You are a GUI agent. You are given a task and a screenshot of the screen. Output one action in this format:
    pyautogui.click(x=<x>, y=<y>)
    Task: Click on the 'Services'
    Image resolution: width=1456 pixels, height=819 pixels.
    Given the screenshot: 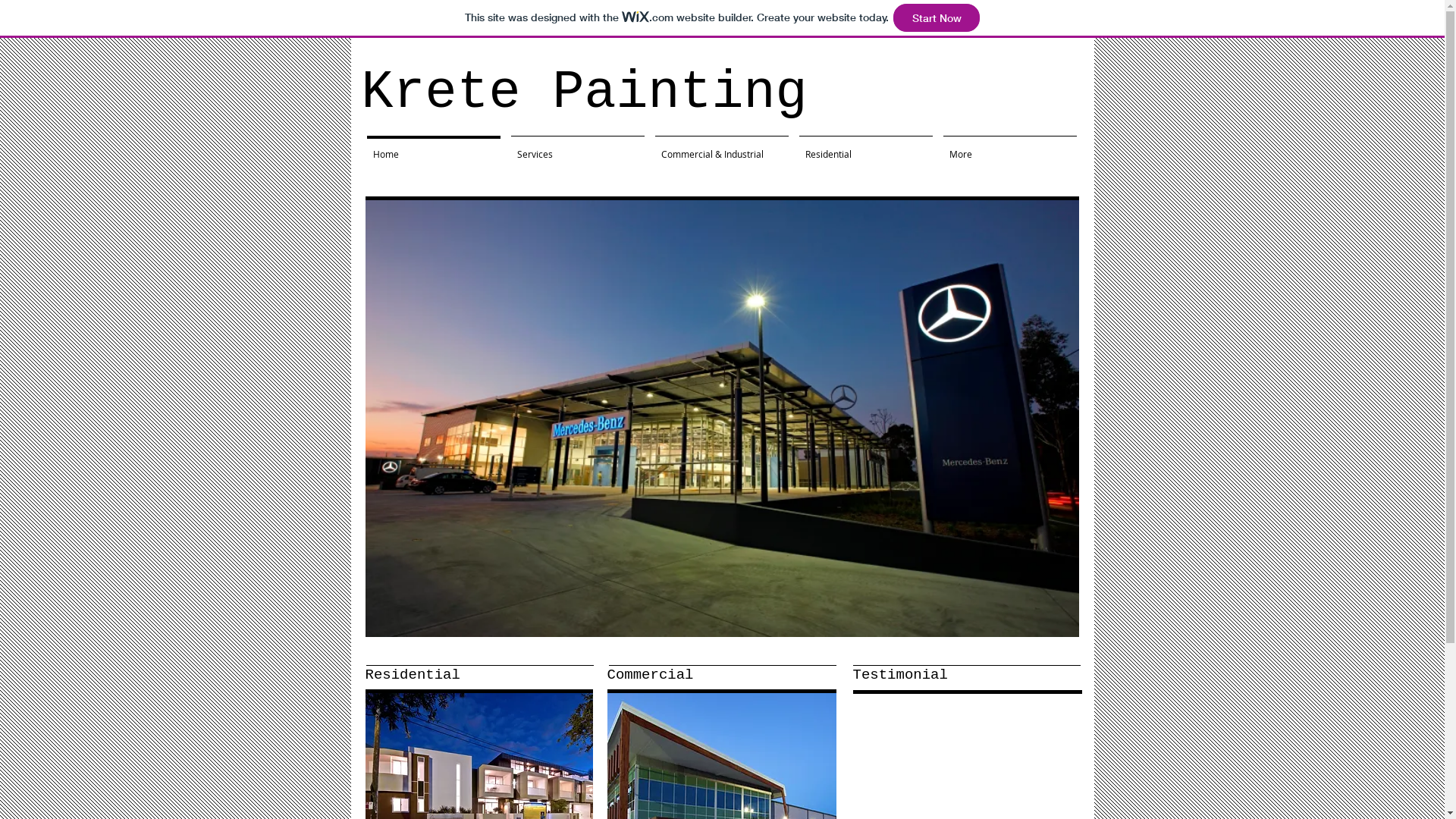 What is the action you would take?
    pyautogui.click(x=576, y=146)
    